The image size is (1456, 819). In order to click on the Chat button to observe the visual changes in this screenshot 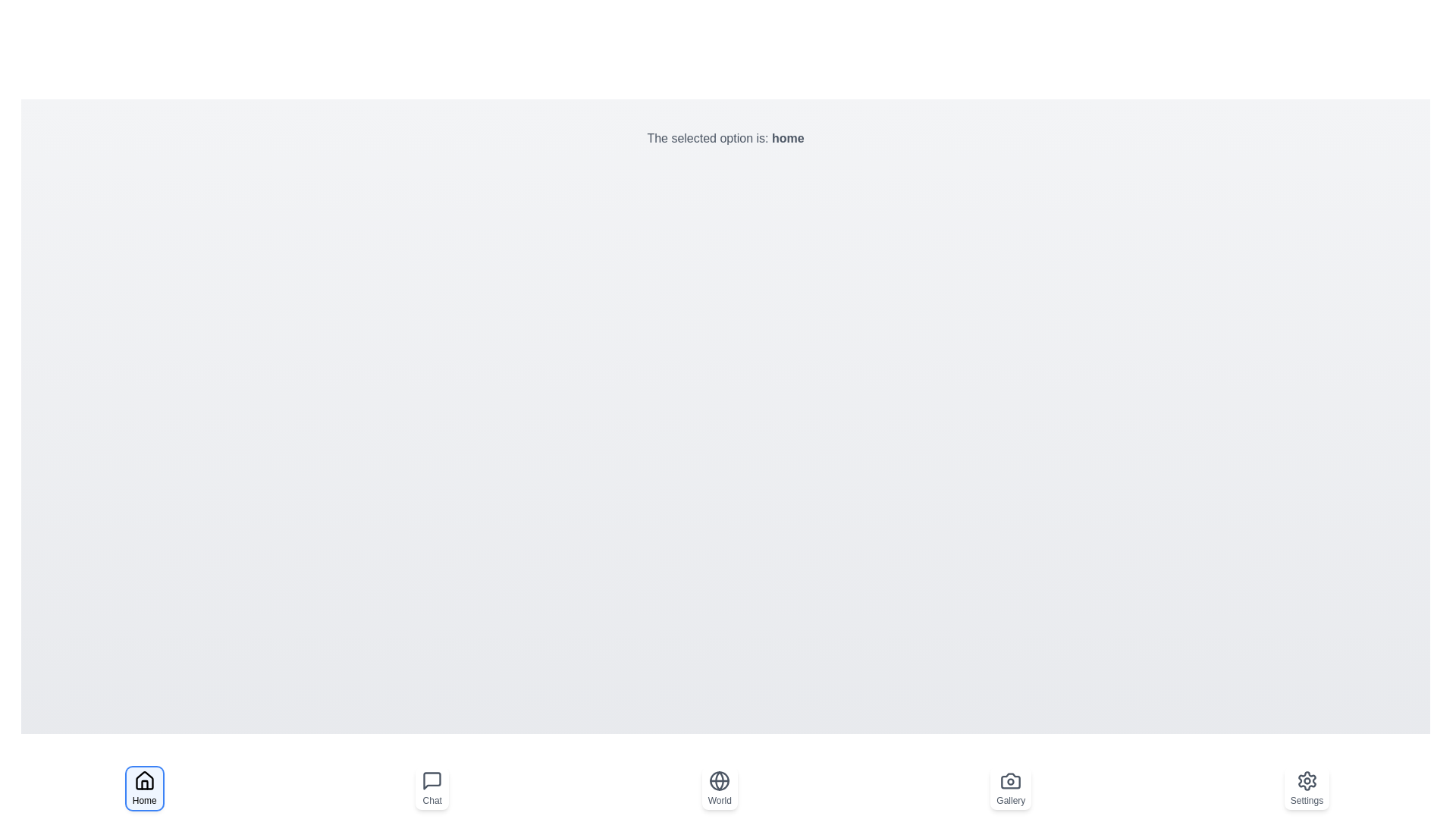, I will do `click(431, 788)`.